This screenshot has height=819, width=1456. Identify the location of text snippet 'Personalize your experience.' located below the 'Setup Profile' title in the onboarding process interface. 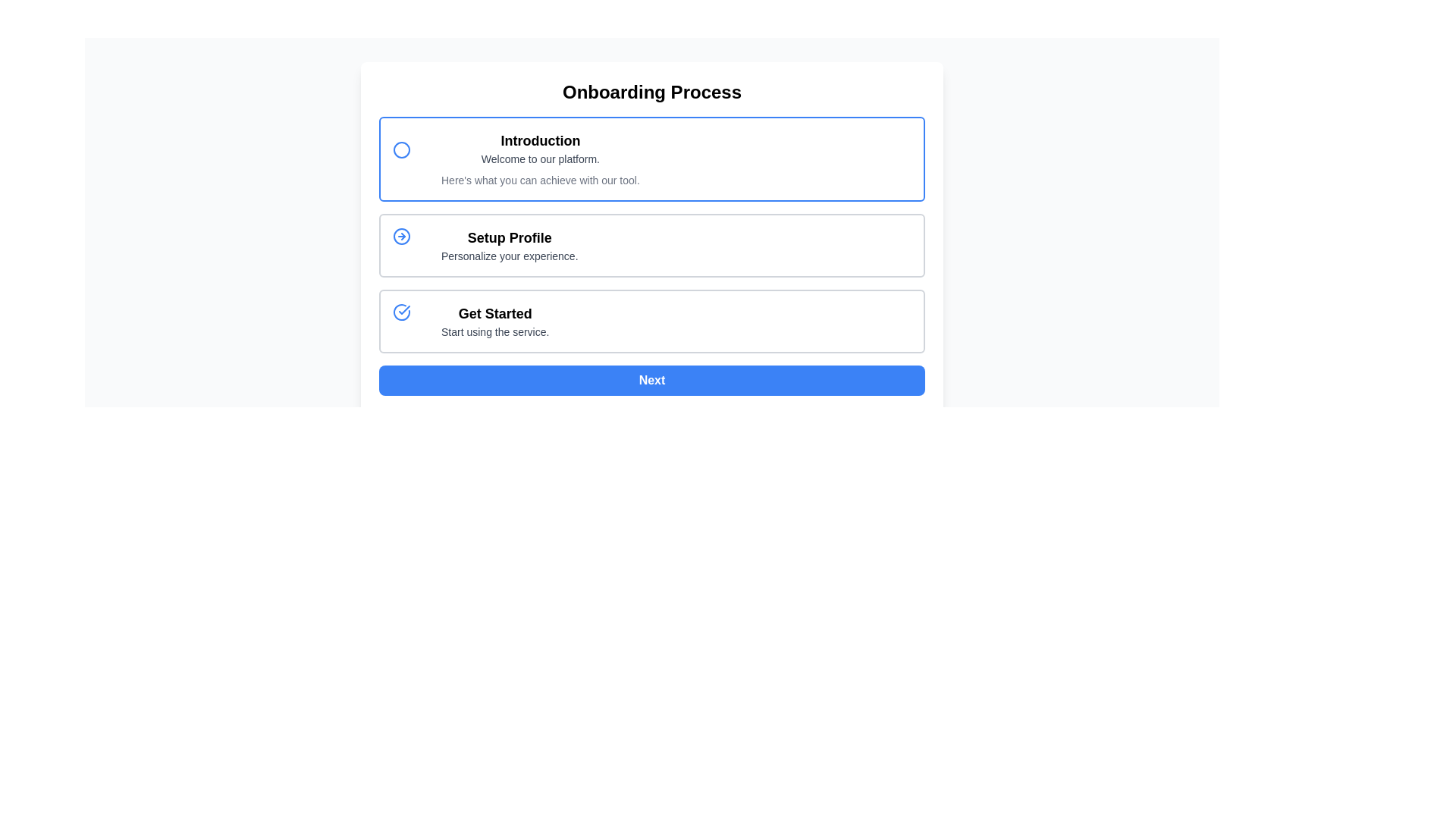
(510, 256).